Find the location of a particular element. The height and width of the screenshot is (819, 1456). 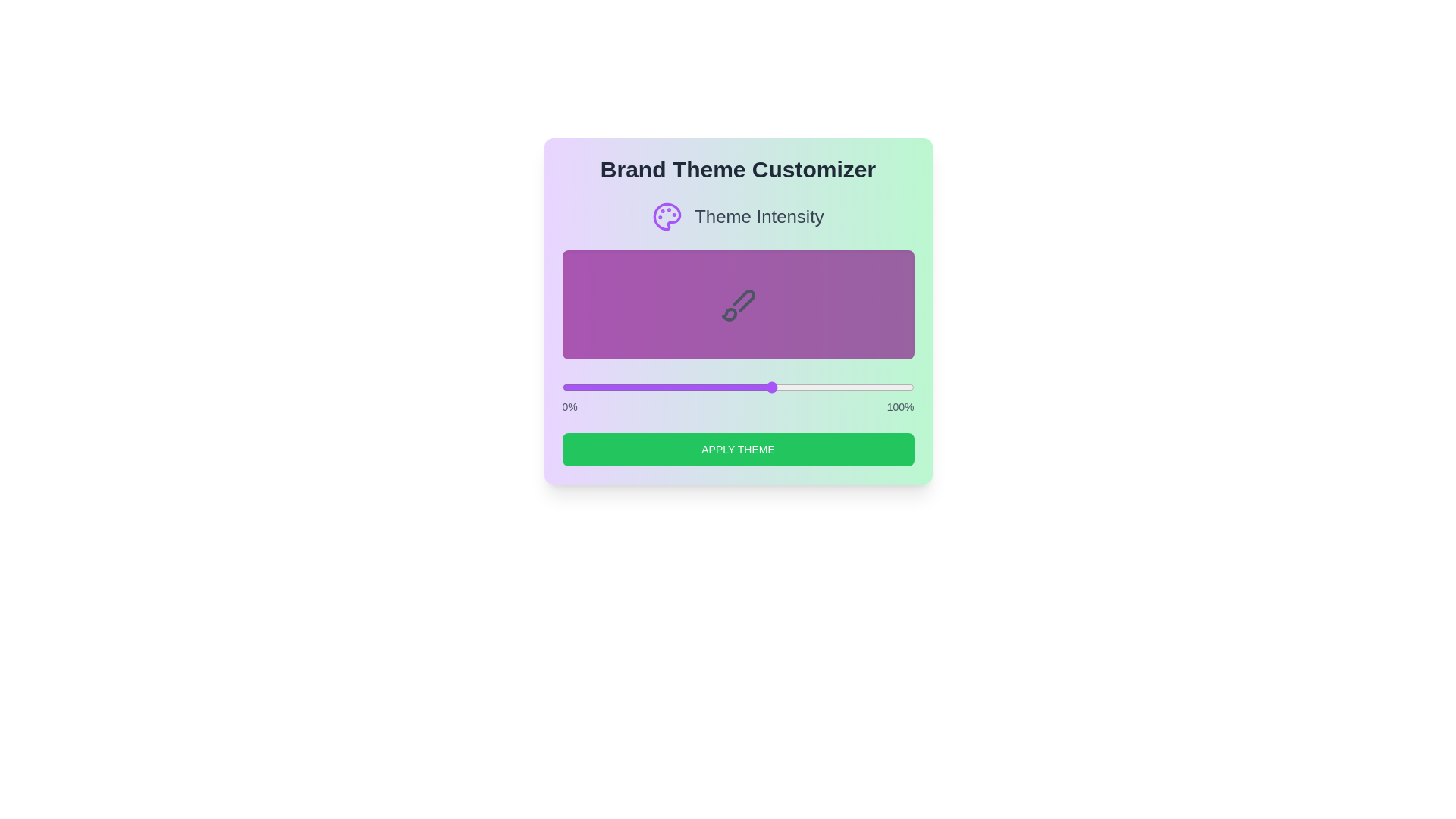

the theme intensity slider to 36% to view the corresponding theme preview is located at coordinates (688, 386).